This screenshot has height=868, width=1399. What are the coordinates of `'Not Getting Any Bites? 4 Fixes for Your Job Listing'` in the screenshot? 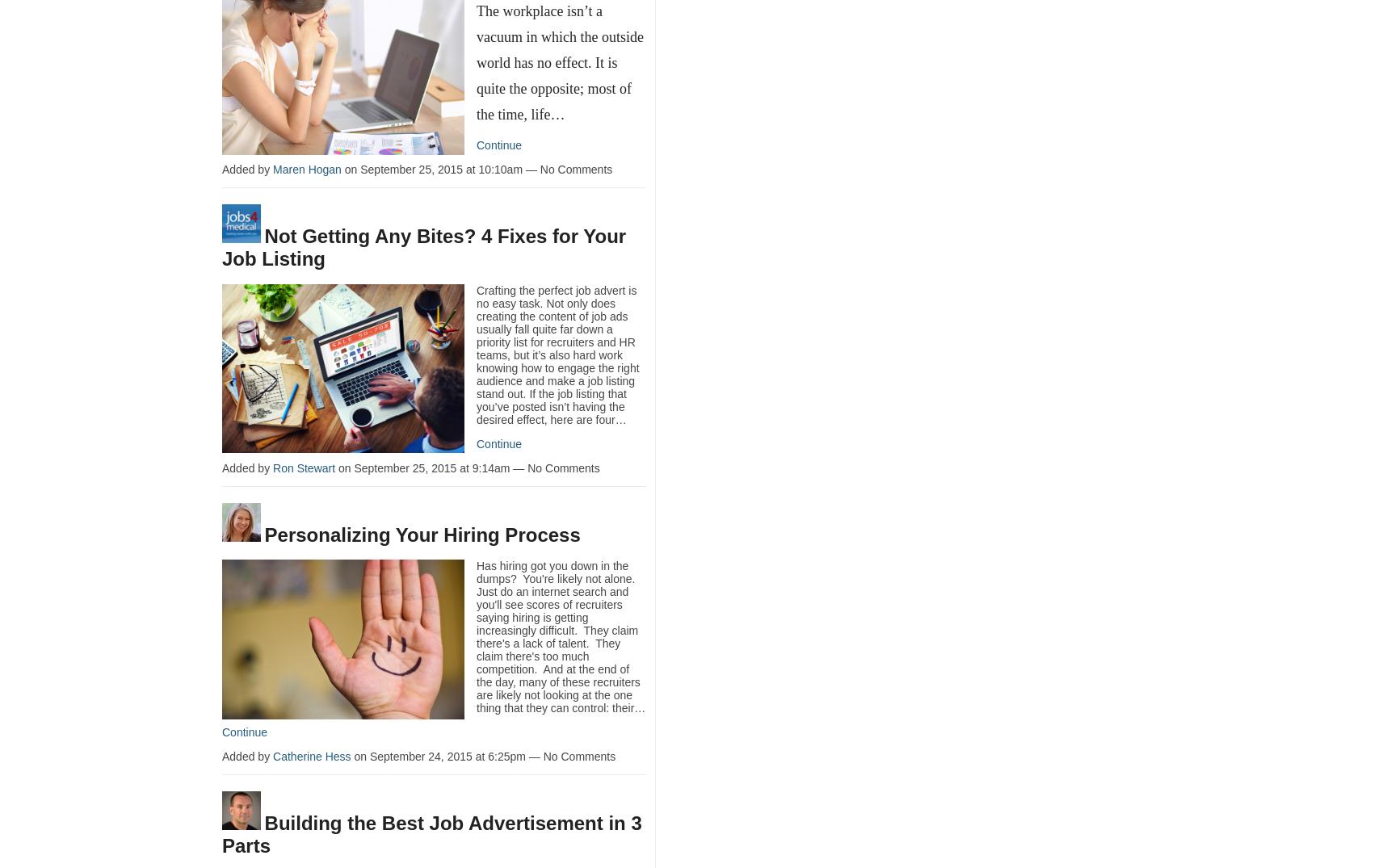 It's located at (423, 246).